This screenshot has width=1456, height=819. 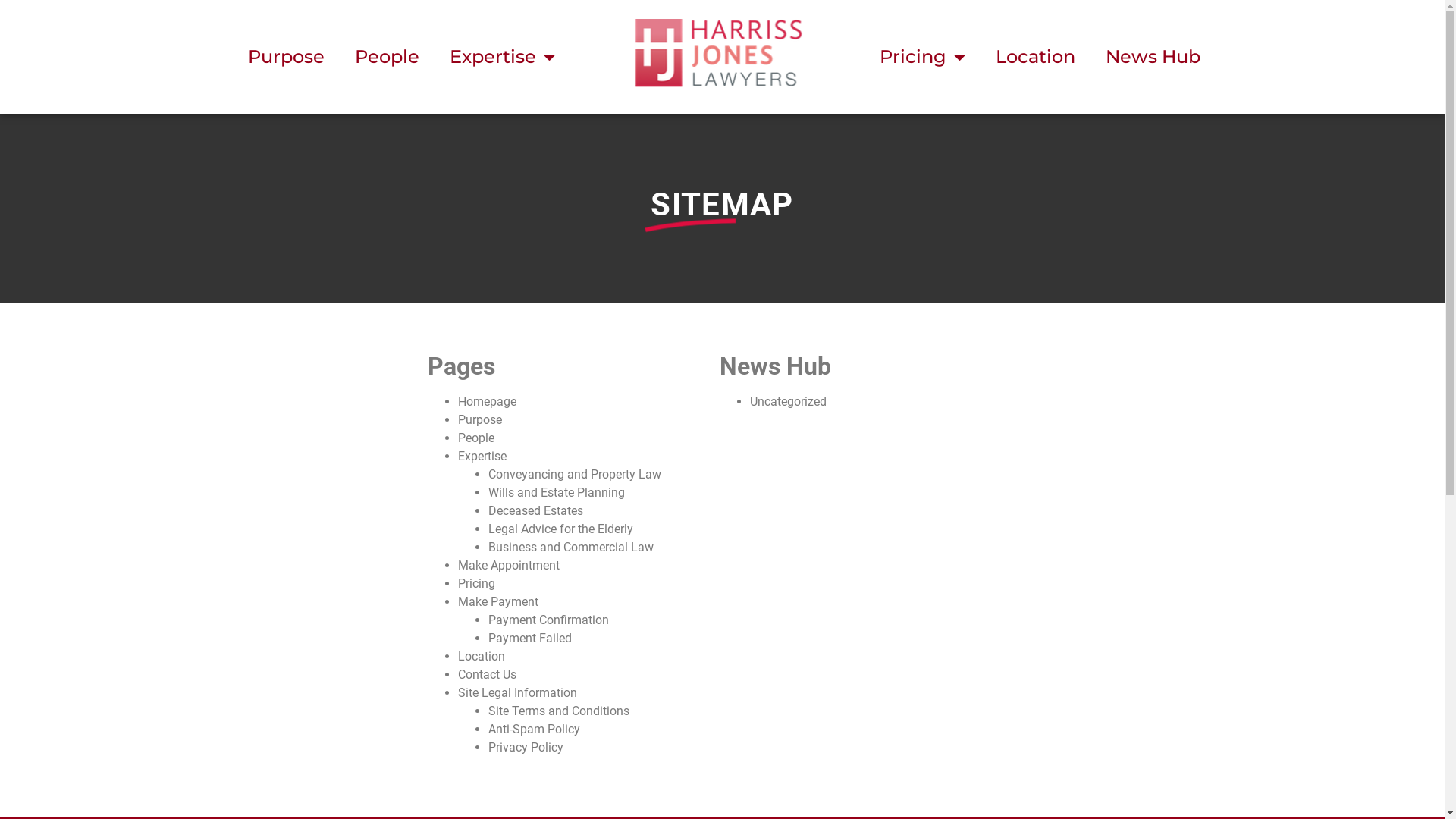 I want to click on 'Make Appointment', so click(x=509, y=565).